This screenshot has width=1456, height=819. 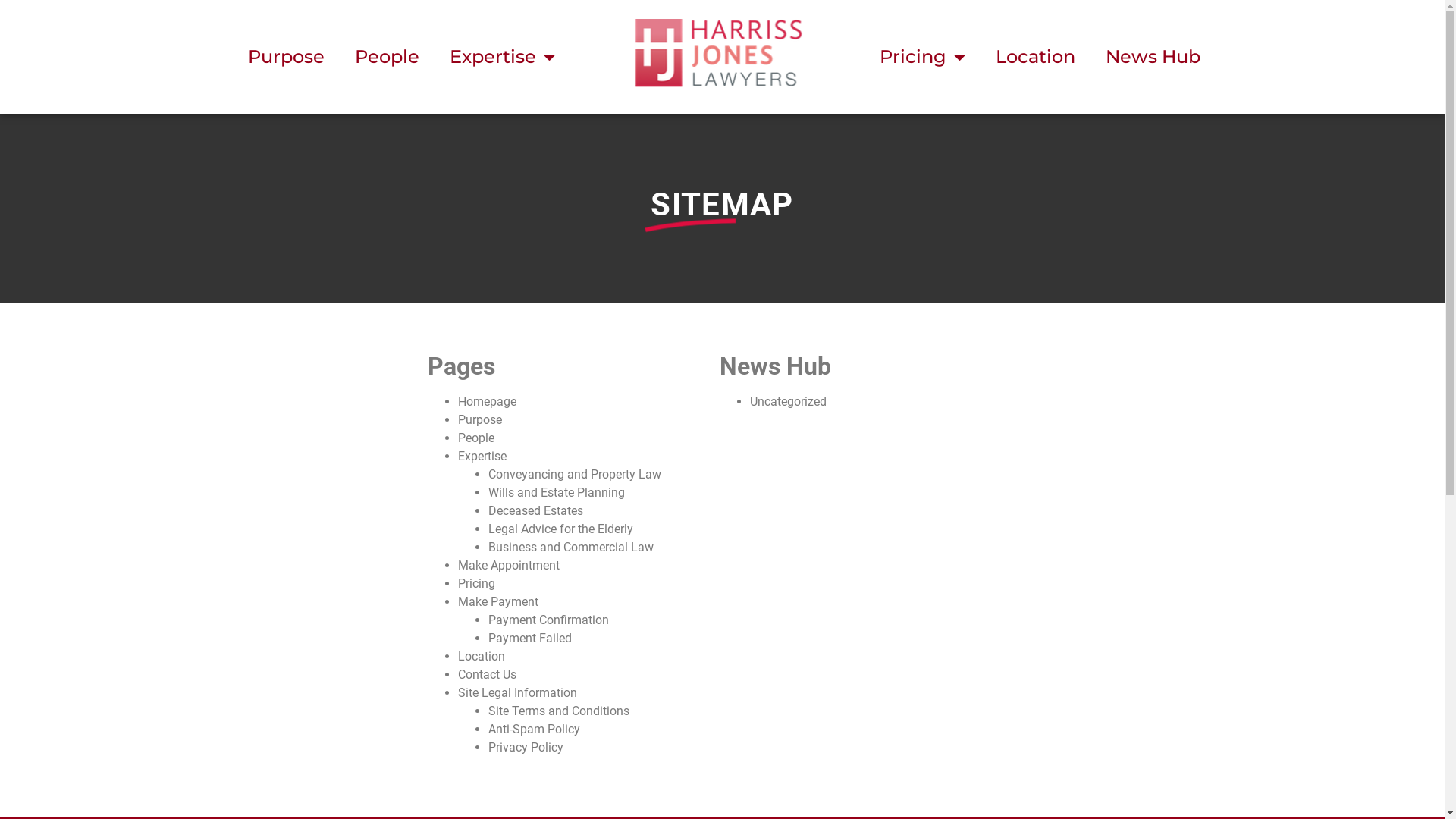 I want to click on 'Make Appointment', so click(x=509, y=565).